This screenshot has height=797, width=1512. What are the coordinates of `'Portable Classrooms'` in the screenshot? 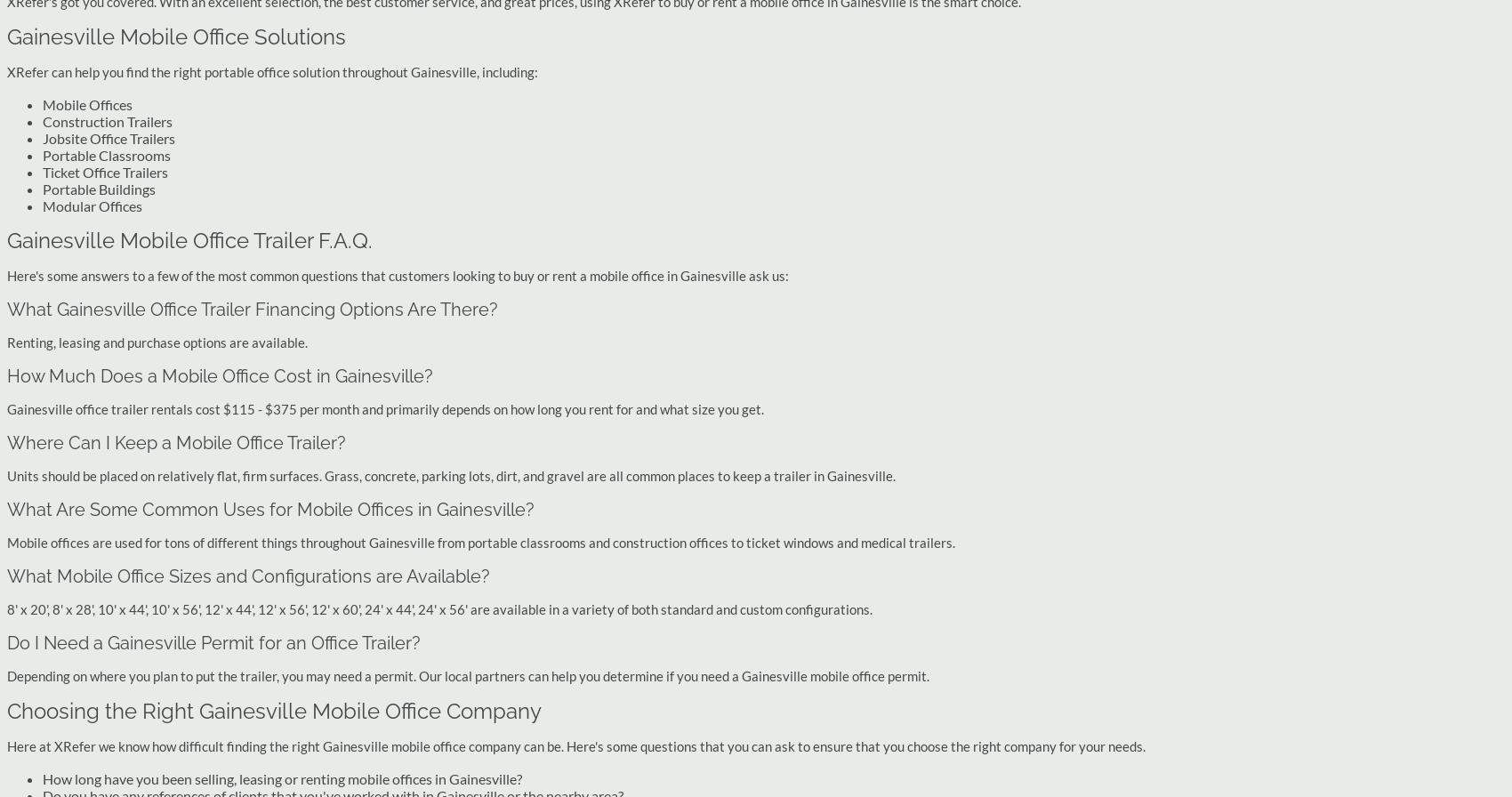 It's located at (106, 155).